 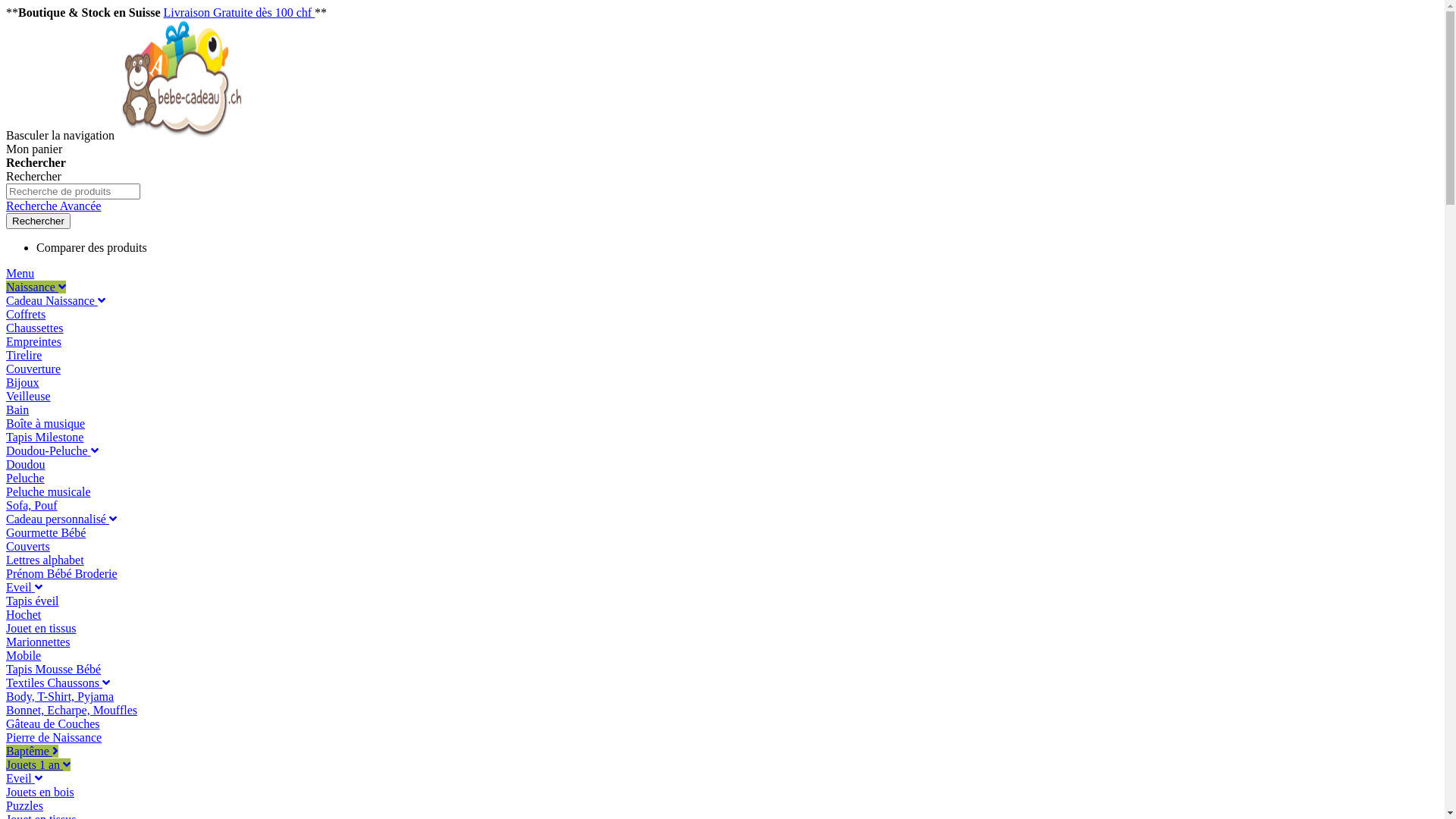 What do you see at coordinates (25, 313) in the screenshot?
I see `'Coffrets'` at bounding box center [25, 313].